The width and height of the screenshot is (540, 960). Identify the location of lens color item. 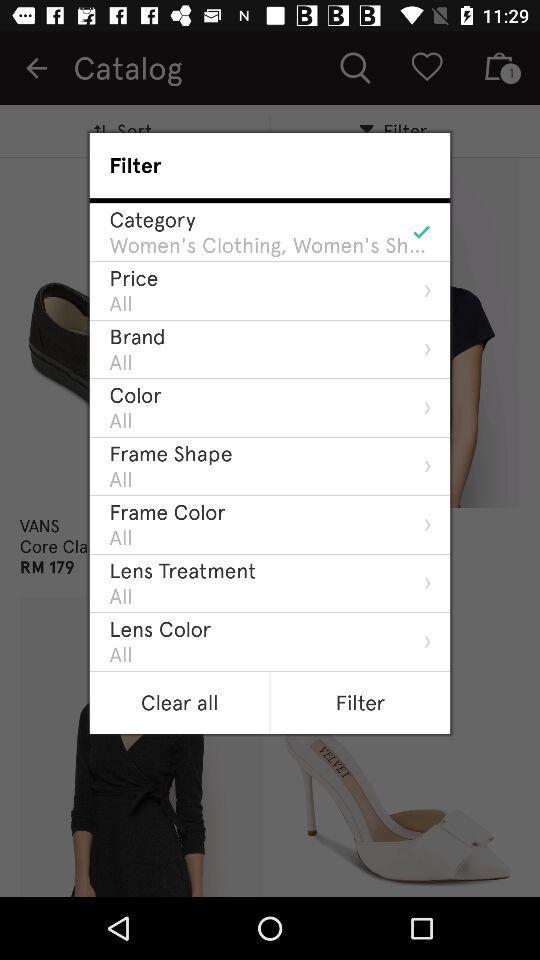
(159, 628).